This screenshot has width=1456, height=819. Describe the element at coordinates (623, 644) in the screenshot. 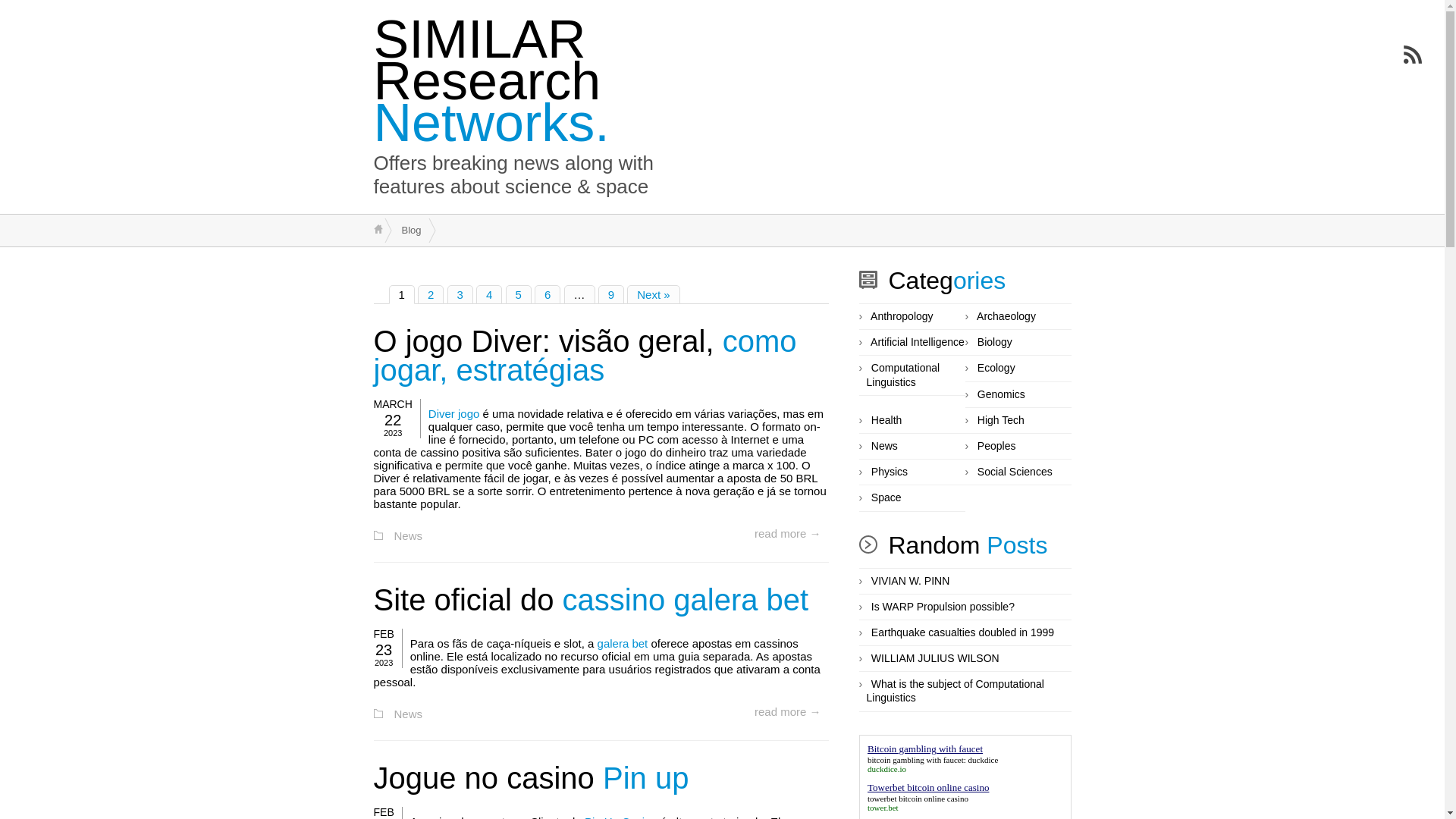

I see `'galera bet'` at that location.